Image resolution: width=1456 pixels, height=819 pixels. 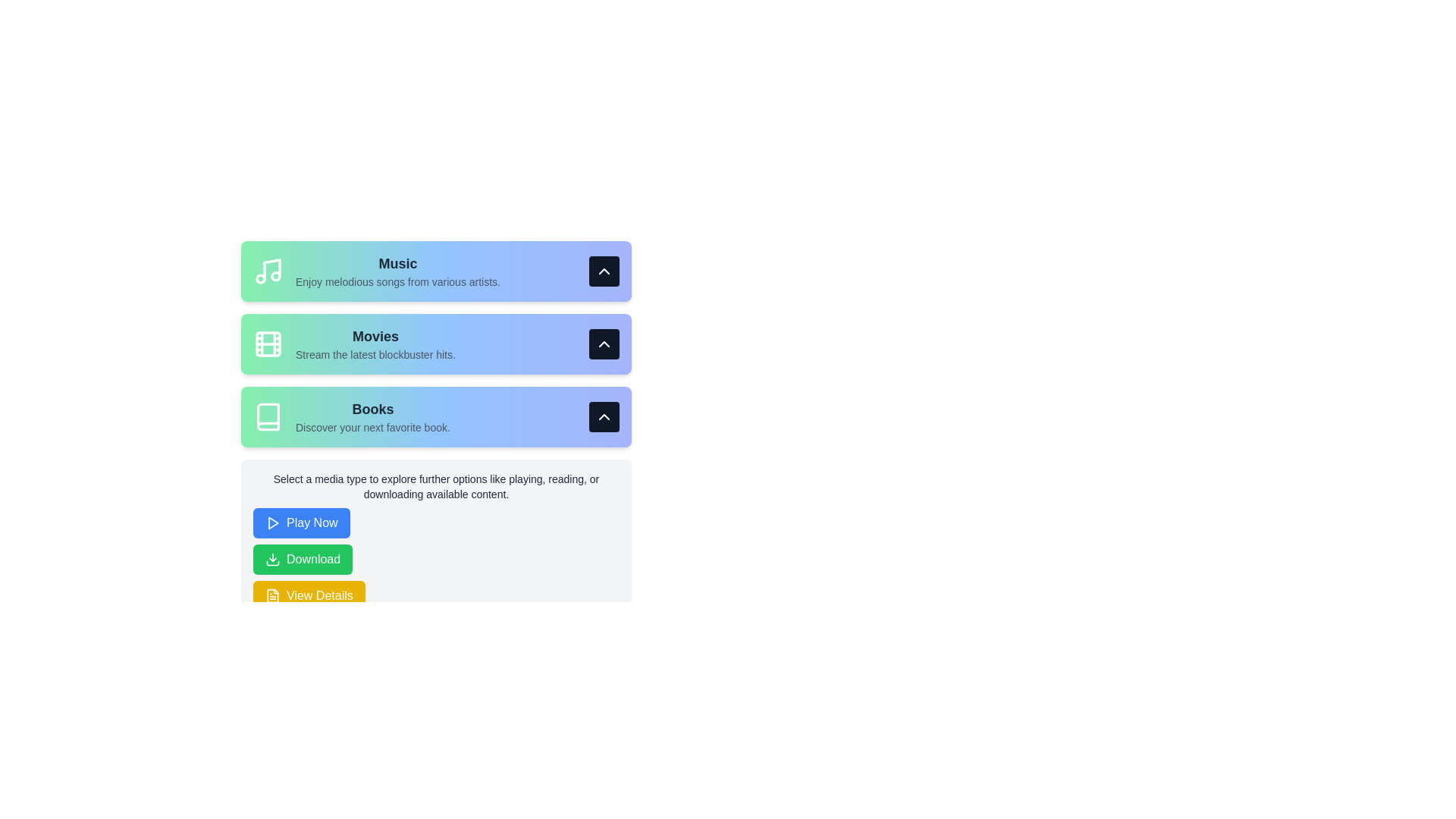 I want to click on the 'Books' Category Card, which has a light green to blue gradient background and is the third card in a vertical stack, so click(x=435, y=432).